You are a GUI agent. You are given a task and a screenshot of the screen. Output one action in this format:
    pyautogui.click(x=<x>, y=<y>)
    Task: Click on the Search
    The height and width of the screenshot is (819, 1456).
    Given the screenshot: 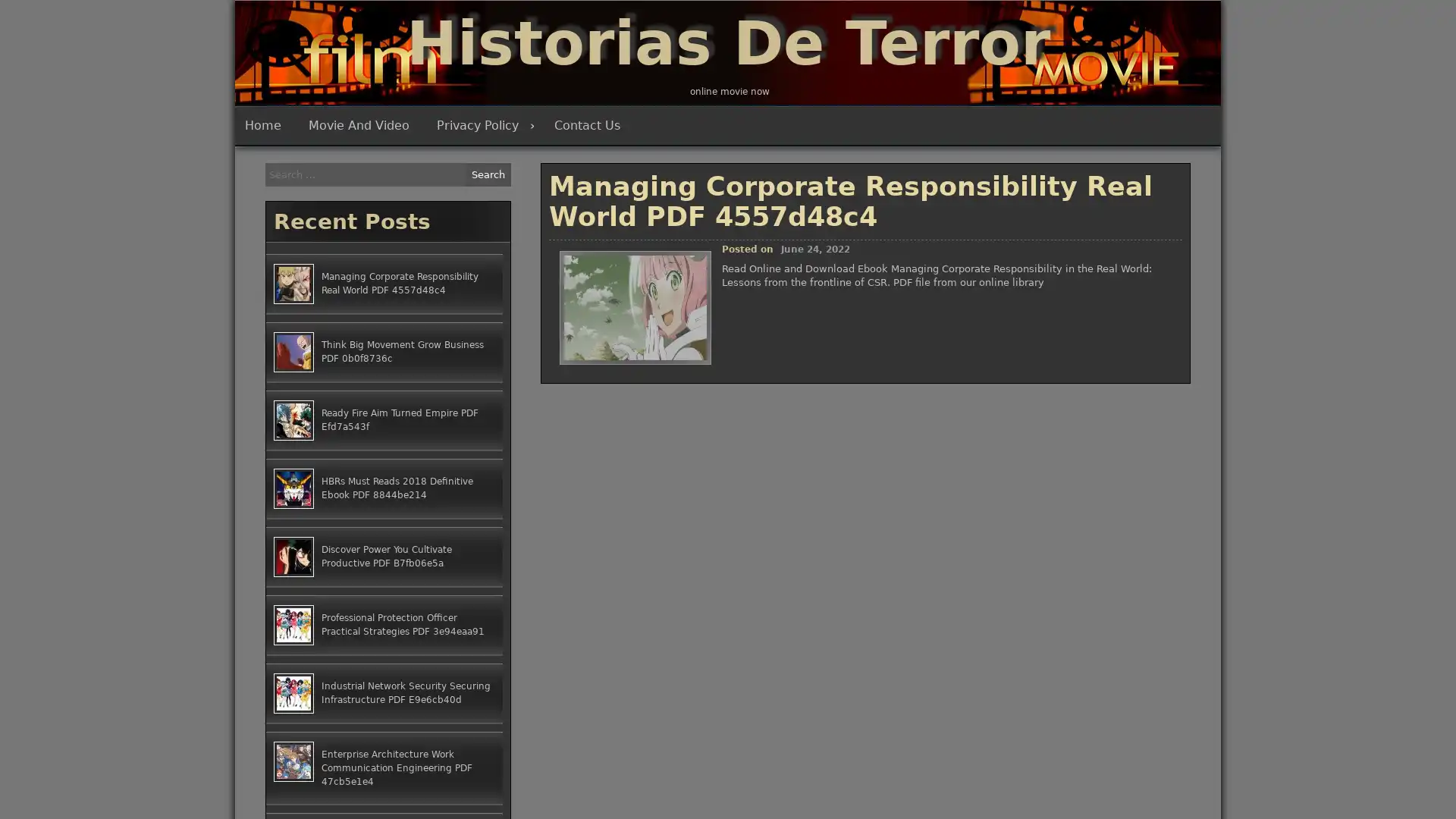 What is the action you would take?
    pyautogui.click(x=488, y=174)
    